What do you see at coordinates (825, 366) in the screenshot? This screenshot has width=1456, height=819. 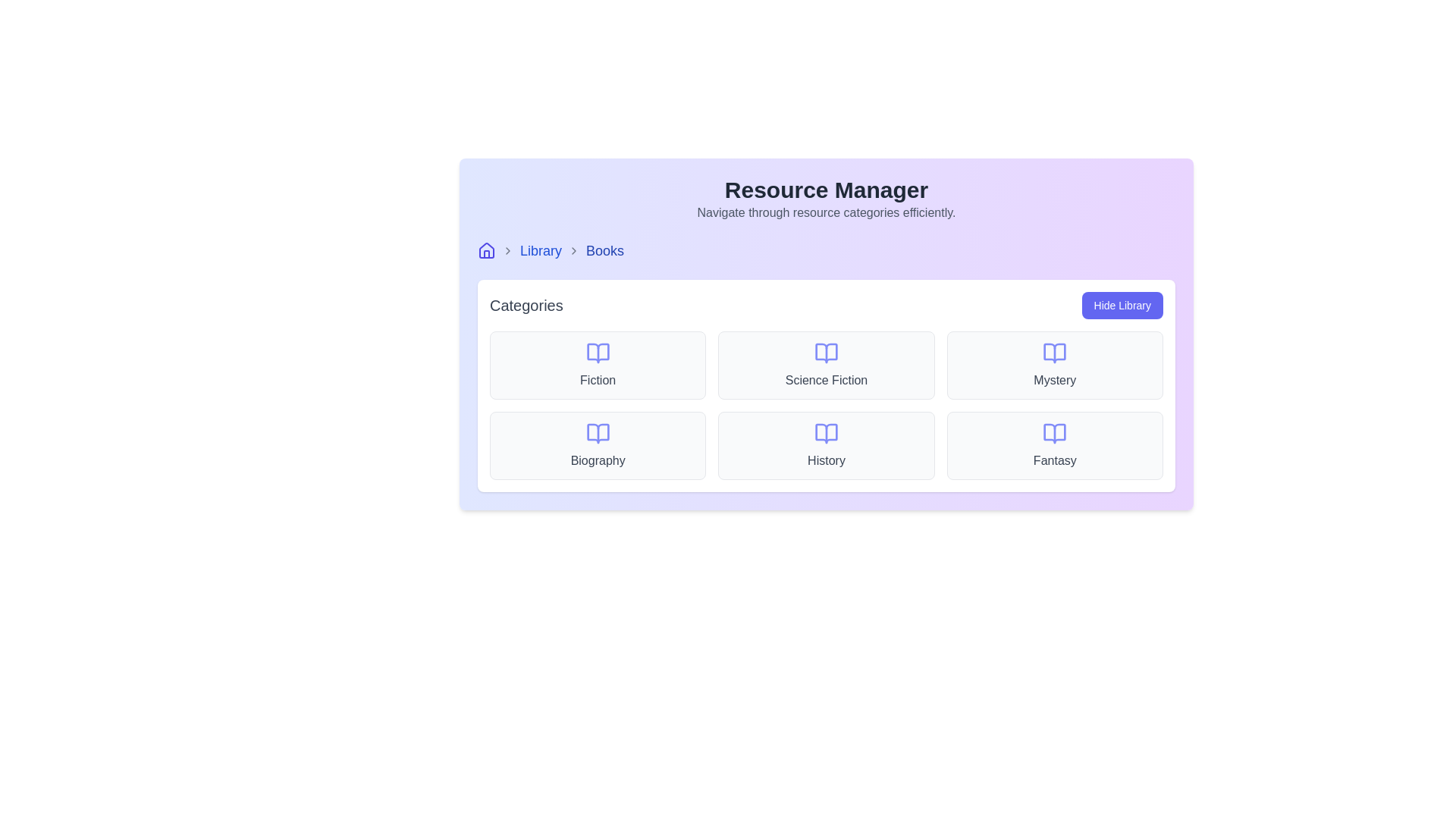 I see `the 'Science Fiction' category card located in the middle position of the top row in a grid layout` at bounding box center [825, 366].